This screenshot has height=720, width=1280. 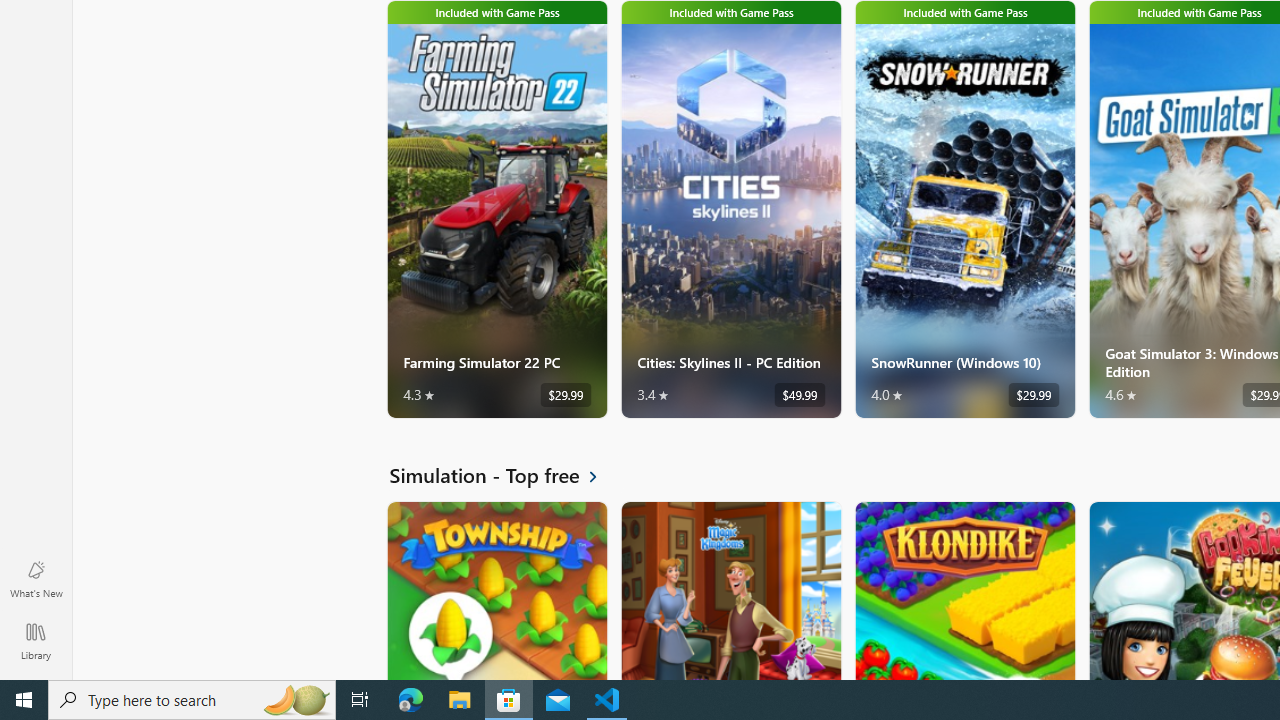 I want to click on 'Library', so click(x=35, y=640).